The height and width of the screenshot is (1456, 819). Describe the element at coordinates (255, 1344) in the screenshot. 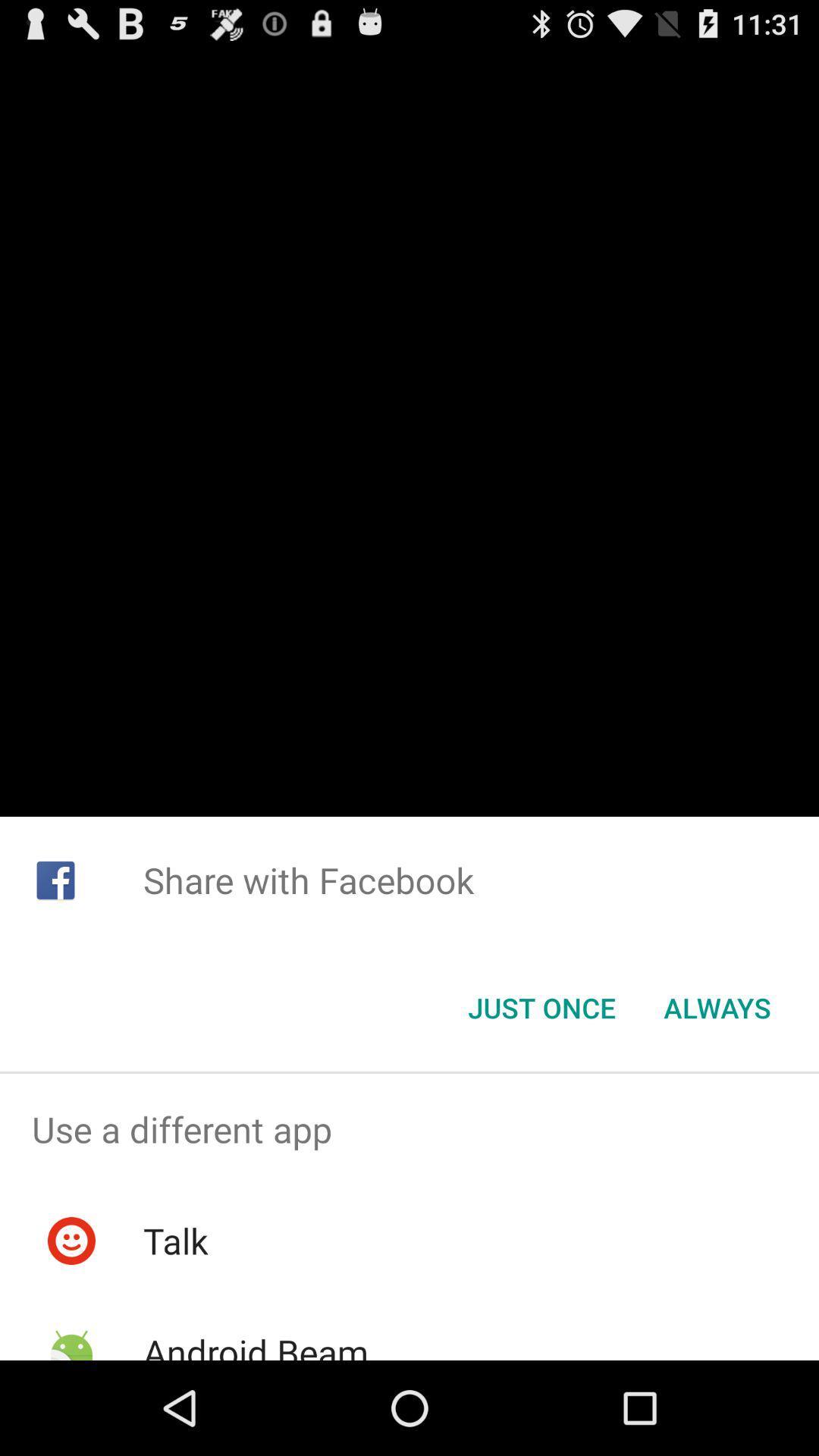

I see `the android beam item` at that location.